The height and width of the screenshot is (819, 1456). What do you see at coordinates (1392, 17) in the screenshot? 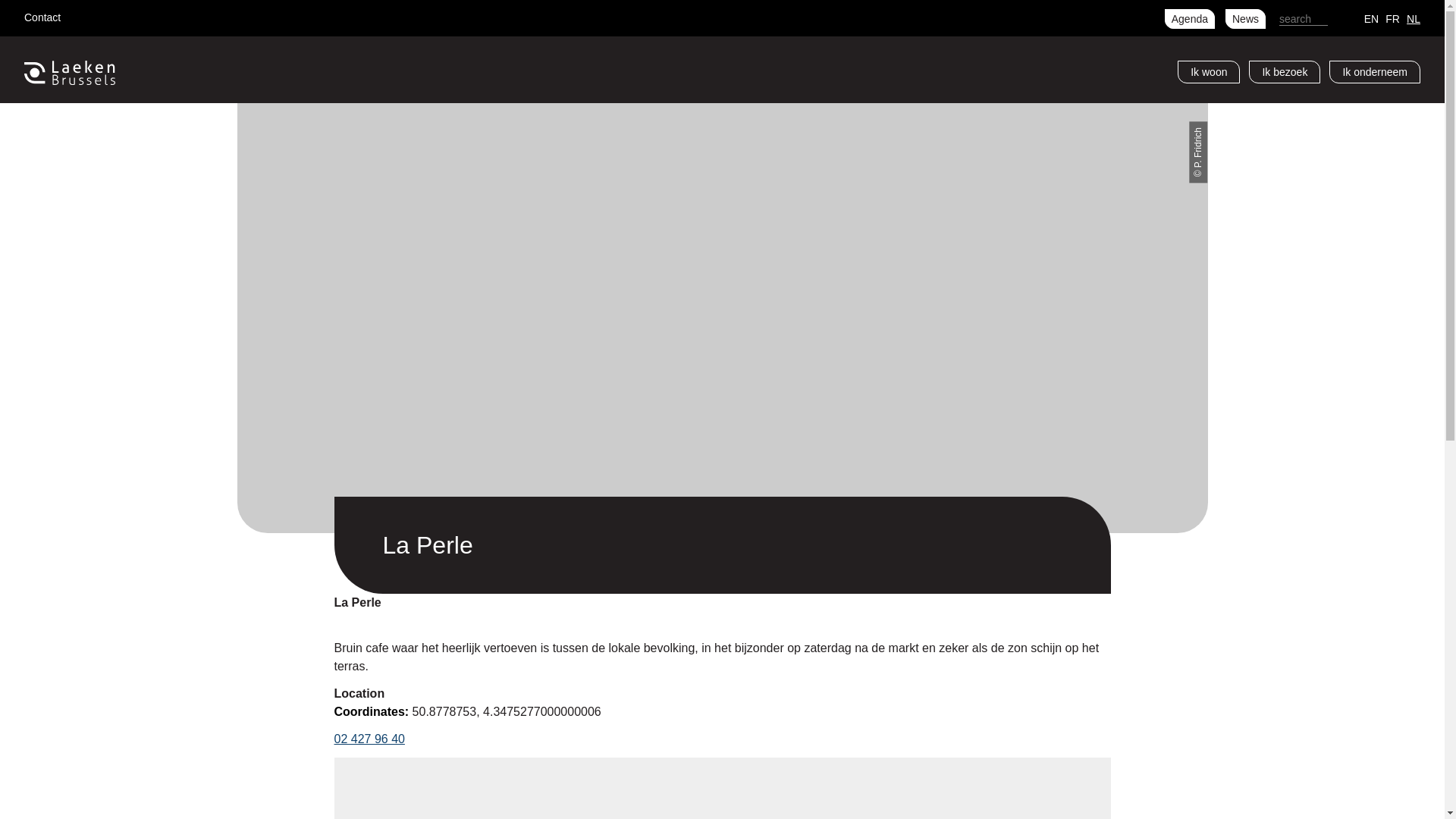
I see `'FR'` at bounding box center [1392, 17].